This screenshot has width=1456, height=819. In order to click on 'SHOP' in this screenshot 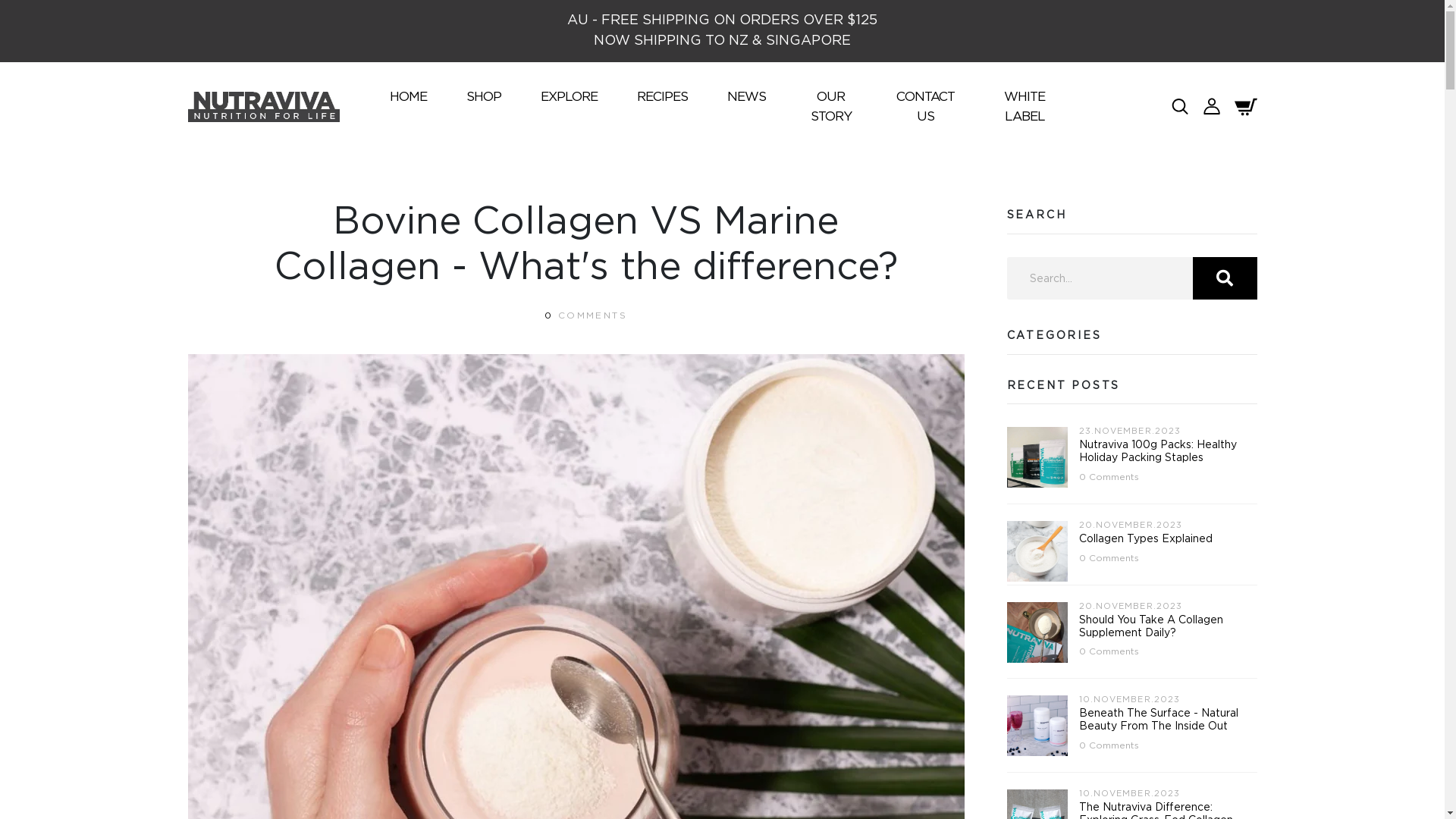, I will do `click(482, 96)`.